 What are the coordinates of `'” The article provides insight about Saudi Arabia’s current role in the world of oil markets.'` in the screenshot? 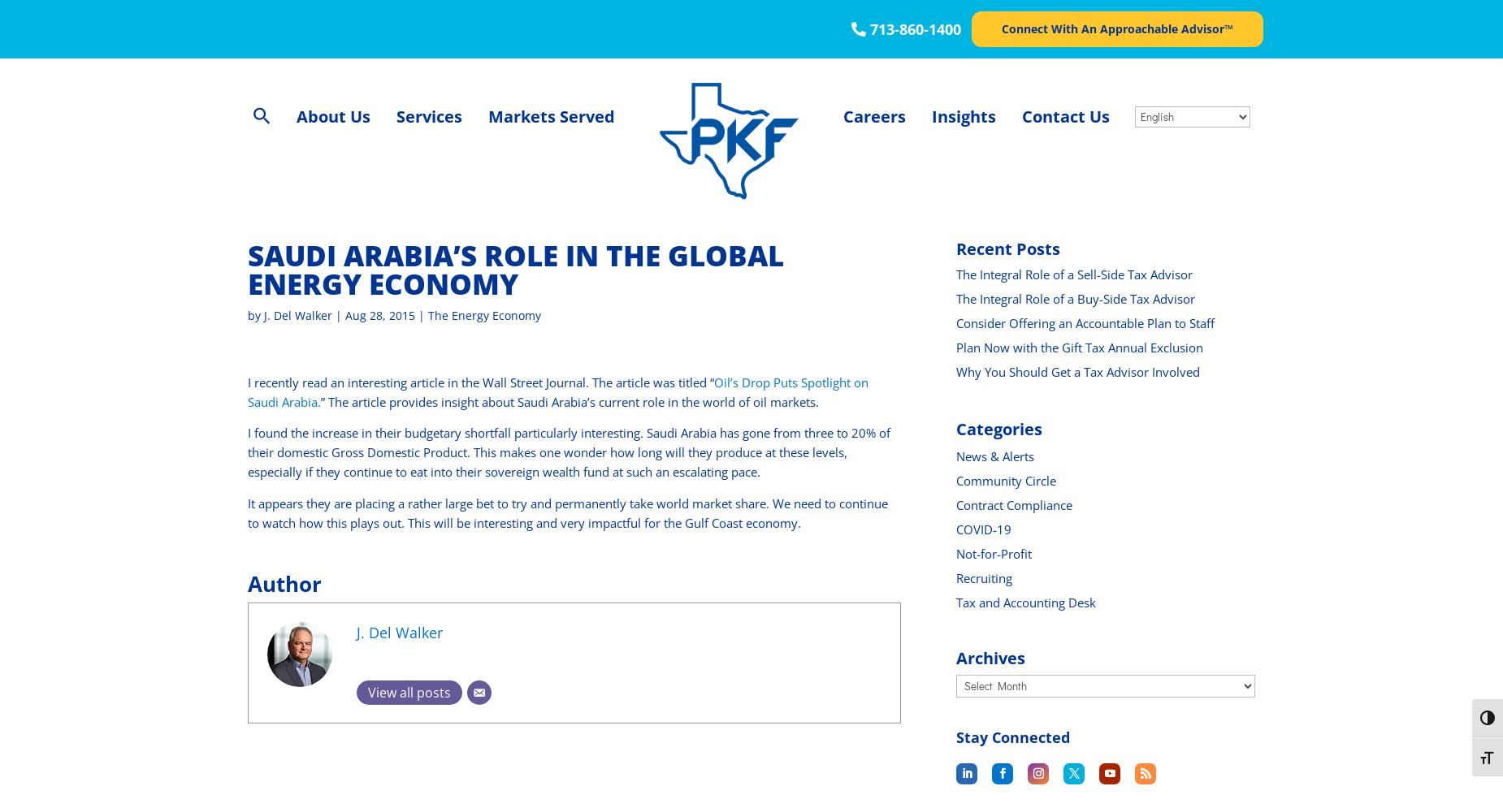 It's located at (570, 400).